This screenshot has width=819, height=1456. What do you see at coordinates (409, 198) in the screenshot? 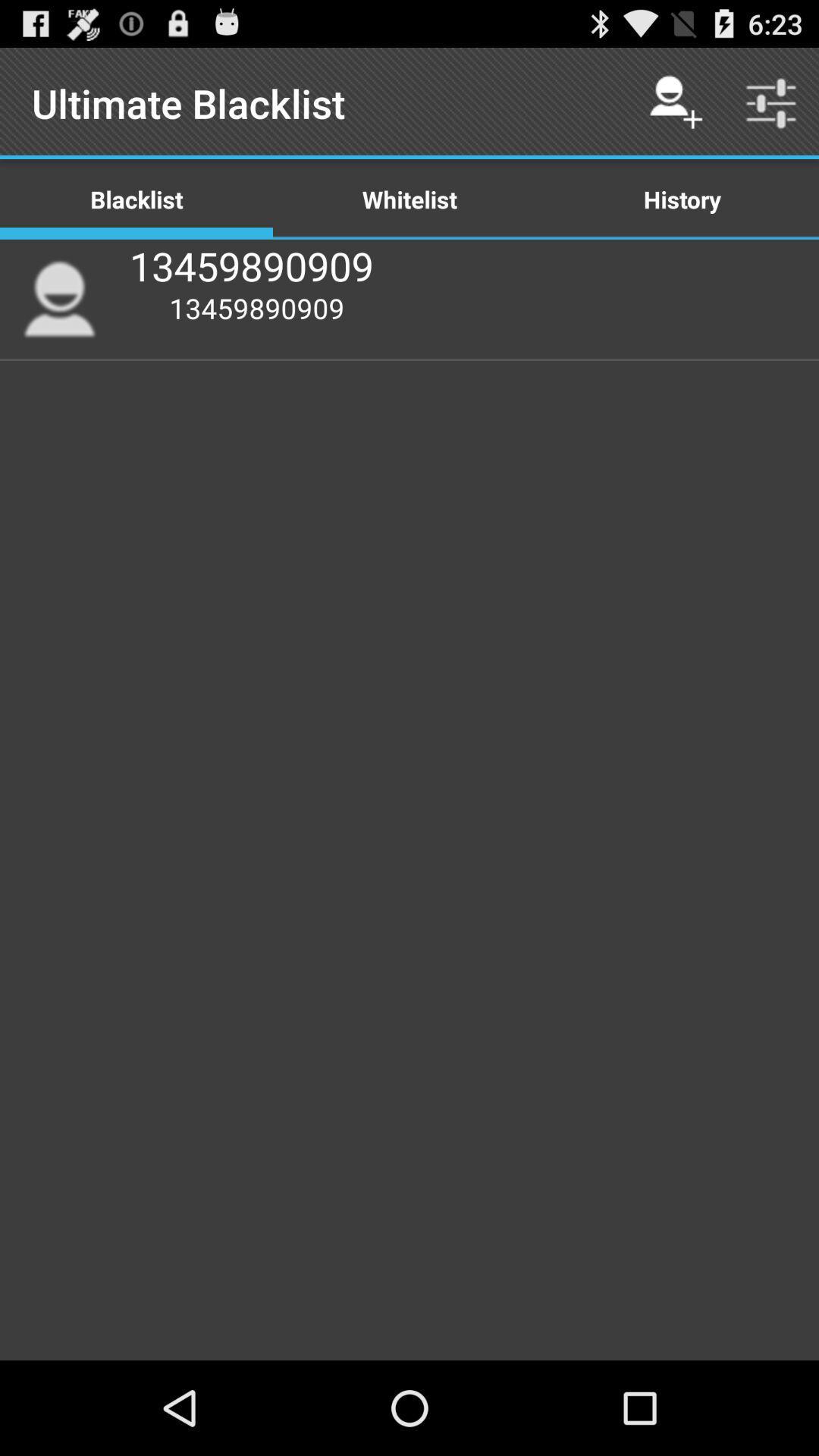
I see `item at the top` at bounding box center [409, 198].